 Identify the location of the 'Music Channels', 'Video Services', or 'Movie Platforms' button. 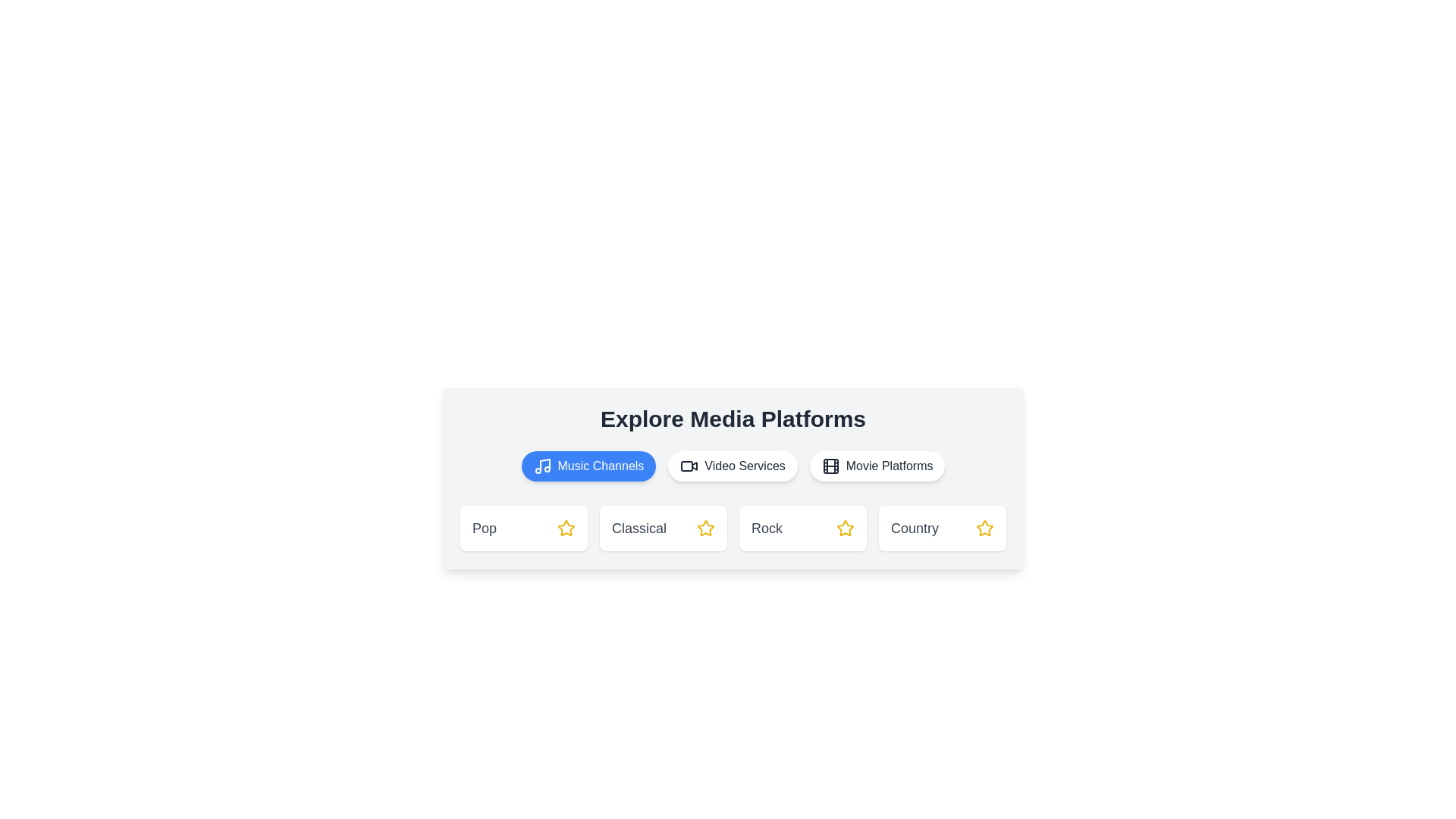
(733, 465).